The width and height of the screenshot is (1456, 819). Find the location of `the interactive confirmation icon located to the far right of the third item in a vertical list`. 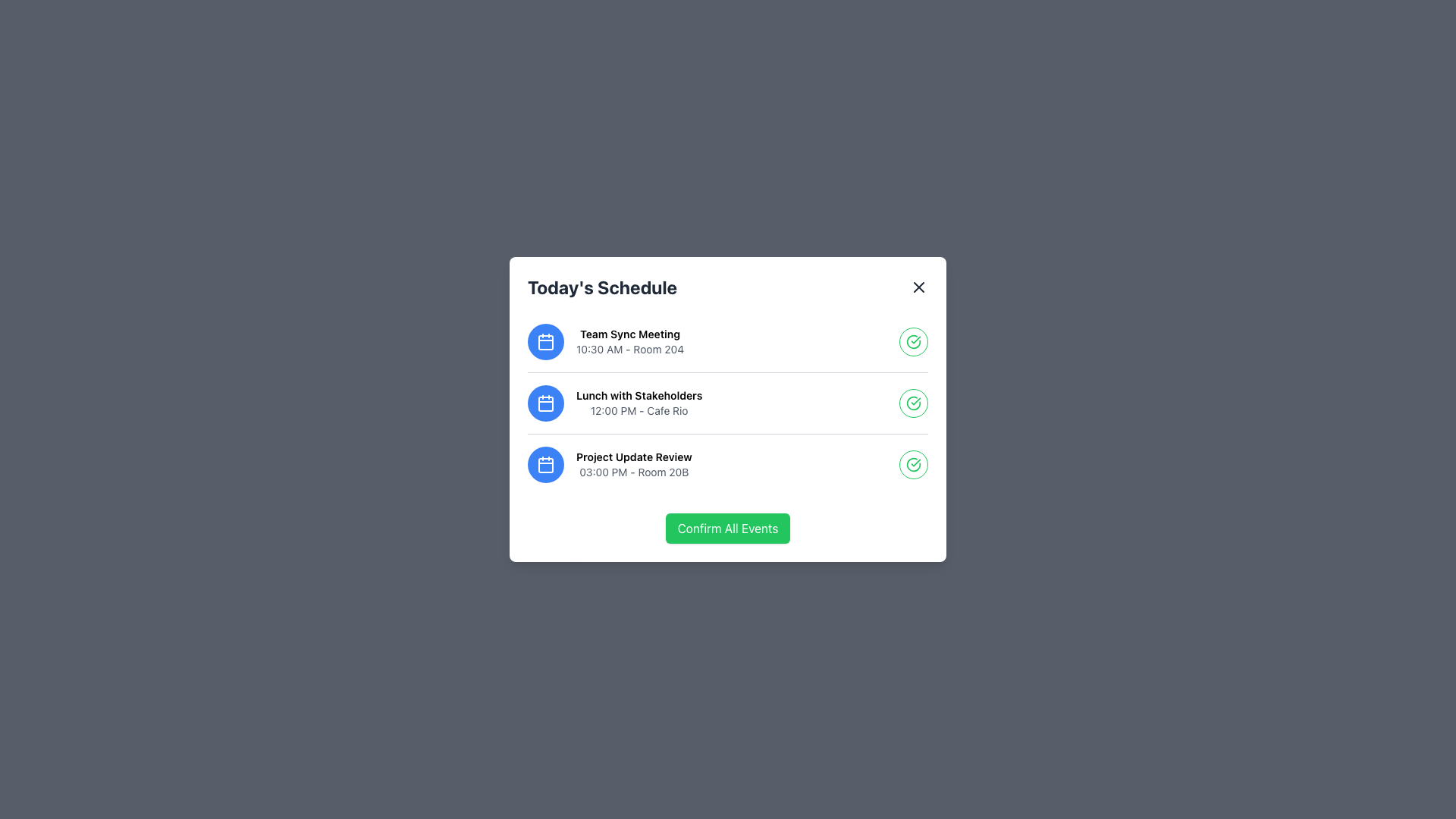

the interactive confirmation icon located to the far right of the third item in a vertical list is located at coordinates (912, 464).